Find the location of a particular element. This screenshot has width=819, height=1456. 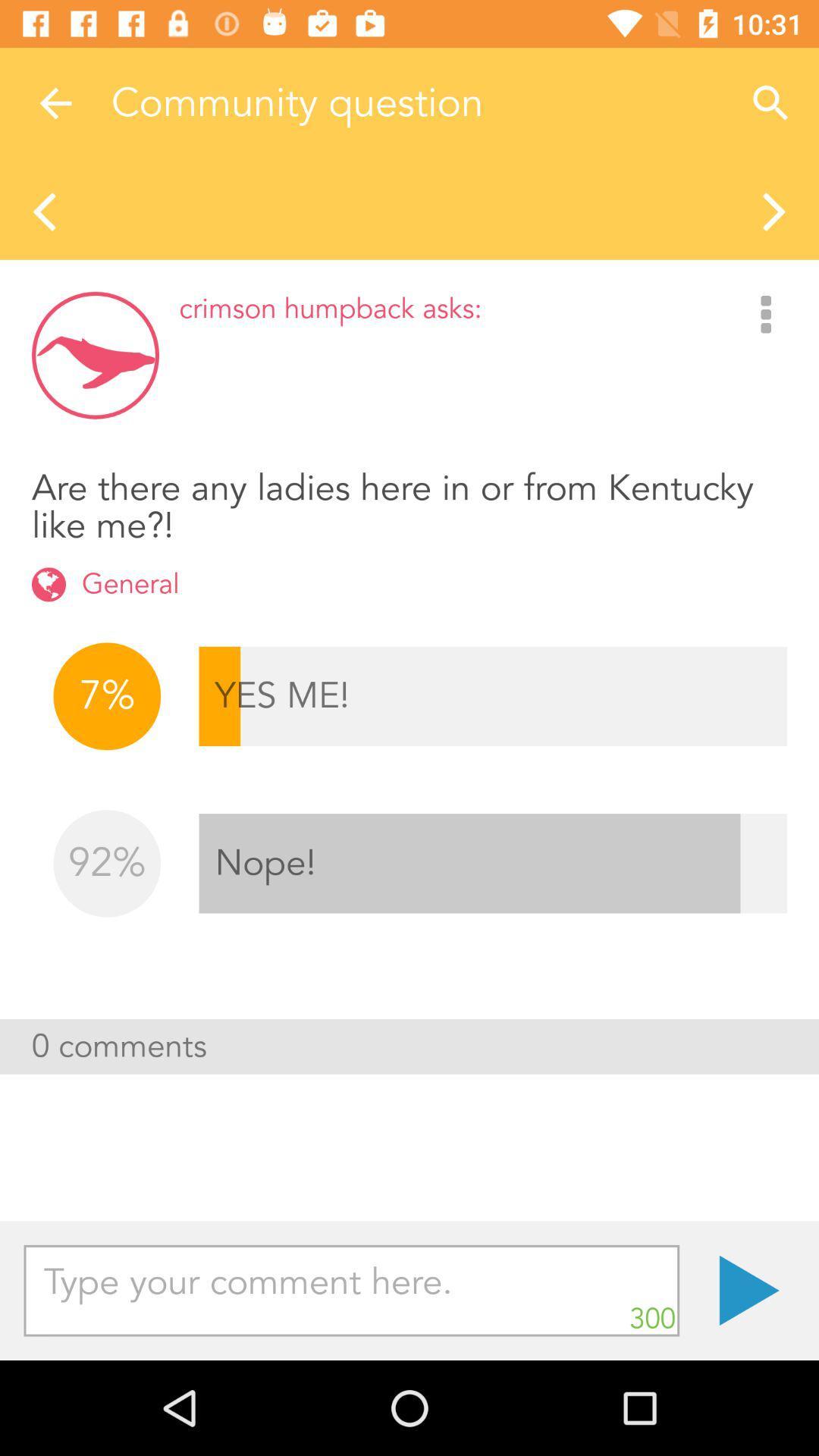

comment box is located at coordinates (351, 1290).